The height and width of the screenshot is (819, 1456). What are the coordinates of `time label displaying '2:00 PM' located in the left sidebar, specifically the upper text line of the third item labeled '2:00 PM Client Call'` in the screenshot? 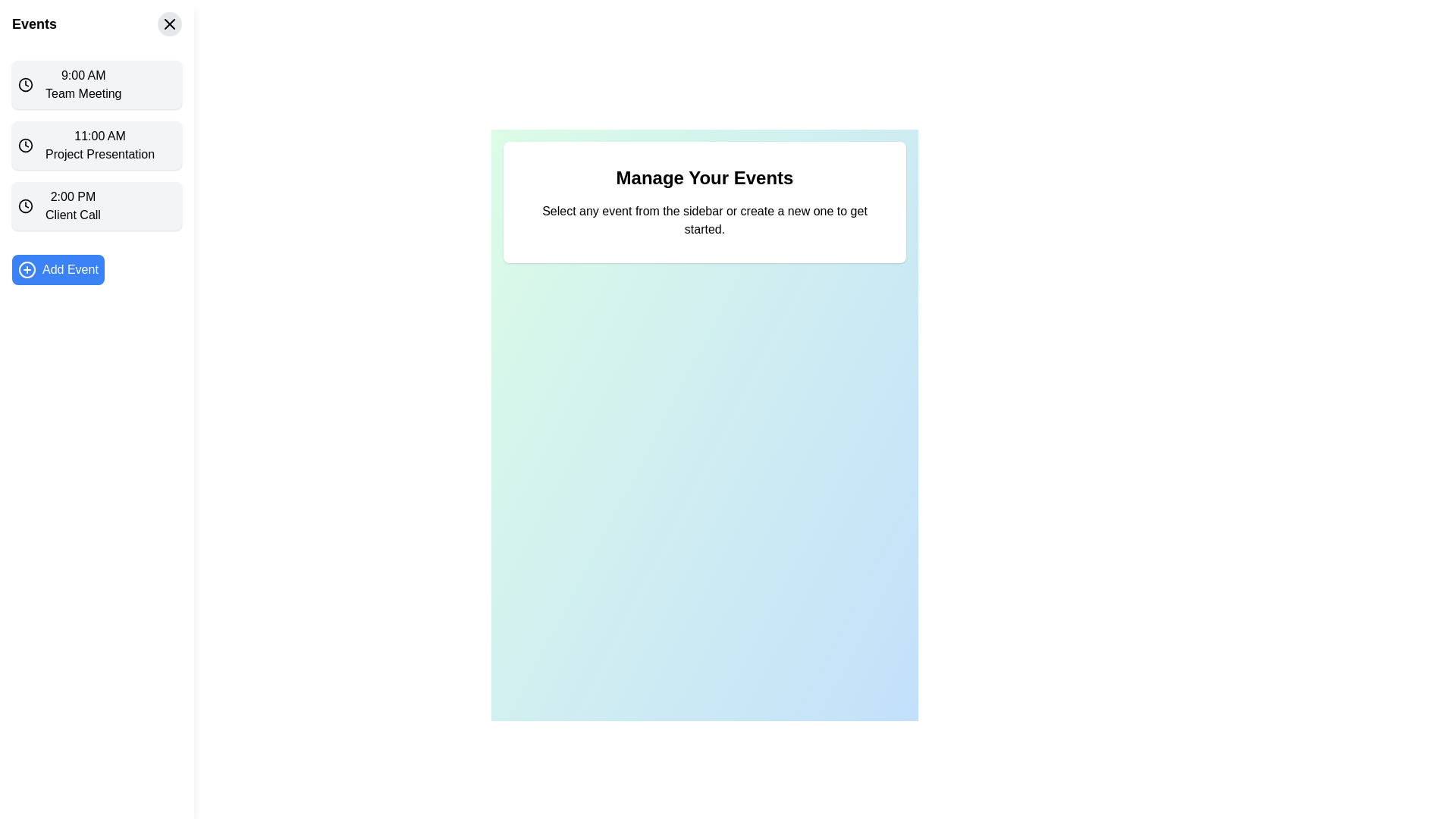 It's located at (72, 196).